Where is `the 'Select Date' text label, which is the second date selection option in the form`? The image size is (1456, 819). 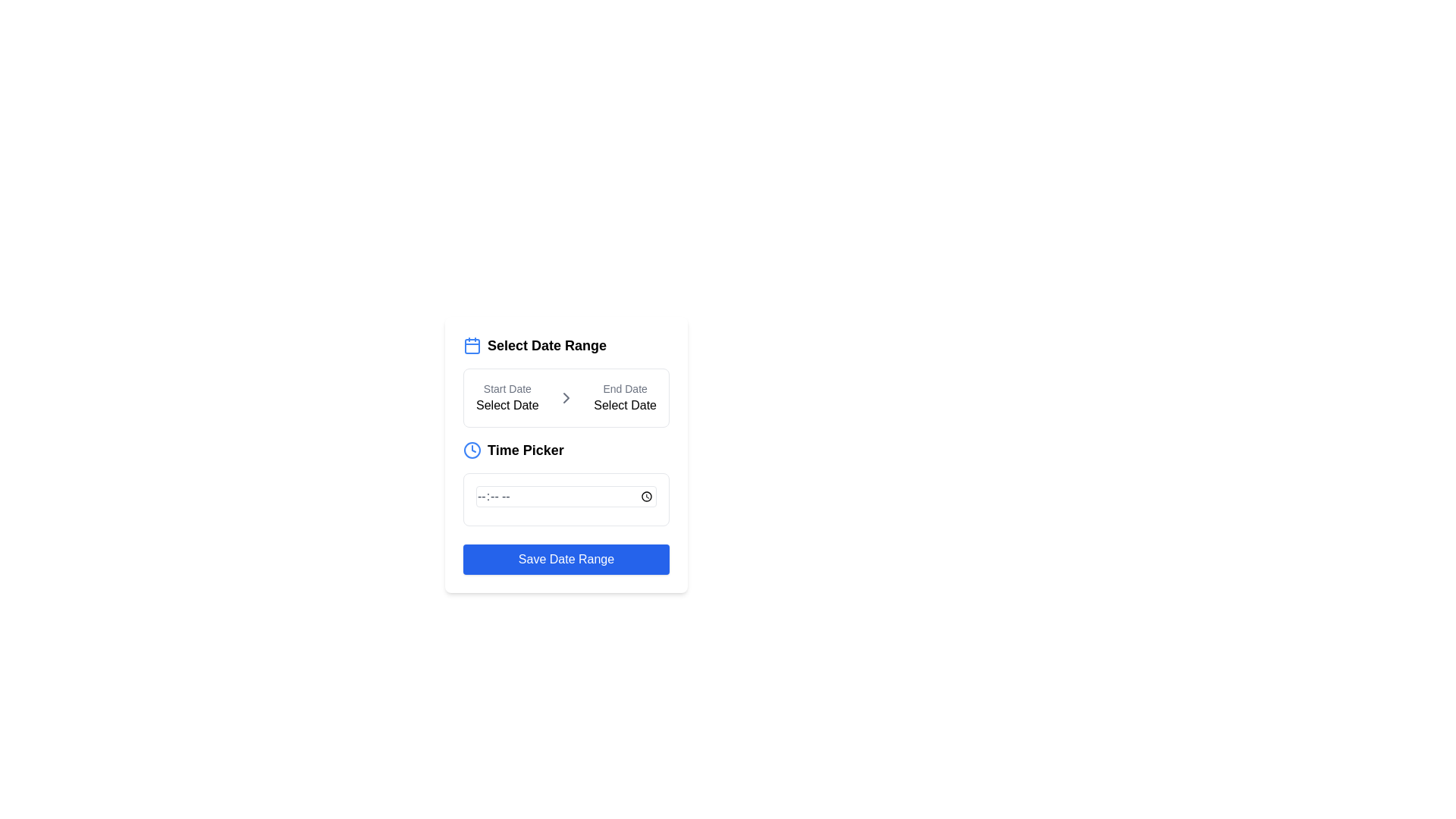 the 'Select Date' text label, which is the second date selection option in the form is located at coordinates (625, 397).